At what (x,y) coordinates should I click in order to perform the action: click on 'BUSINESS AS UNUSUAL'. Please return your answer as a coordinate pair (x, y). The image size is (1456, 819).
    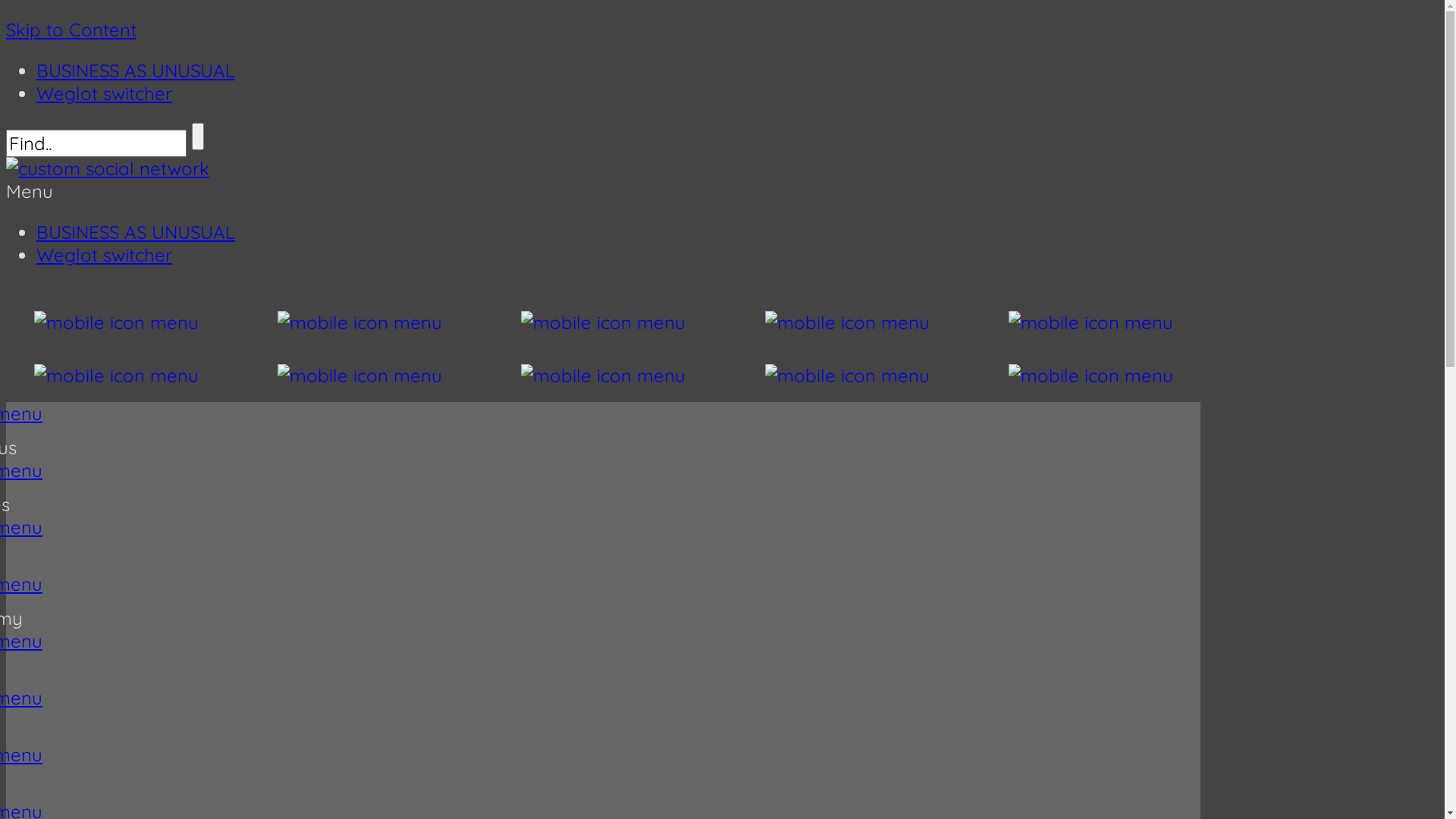
    Looking at the image, I should click on (36, 70).